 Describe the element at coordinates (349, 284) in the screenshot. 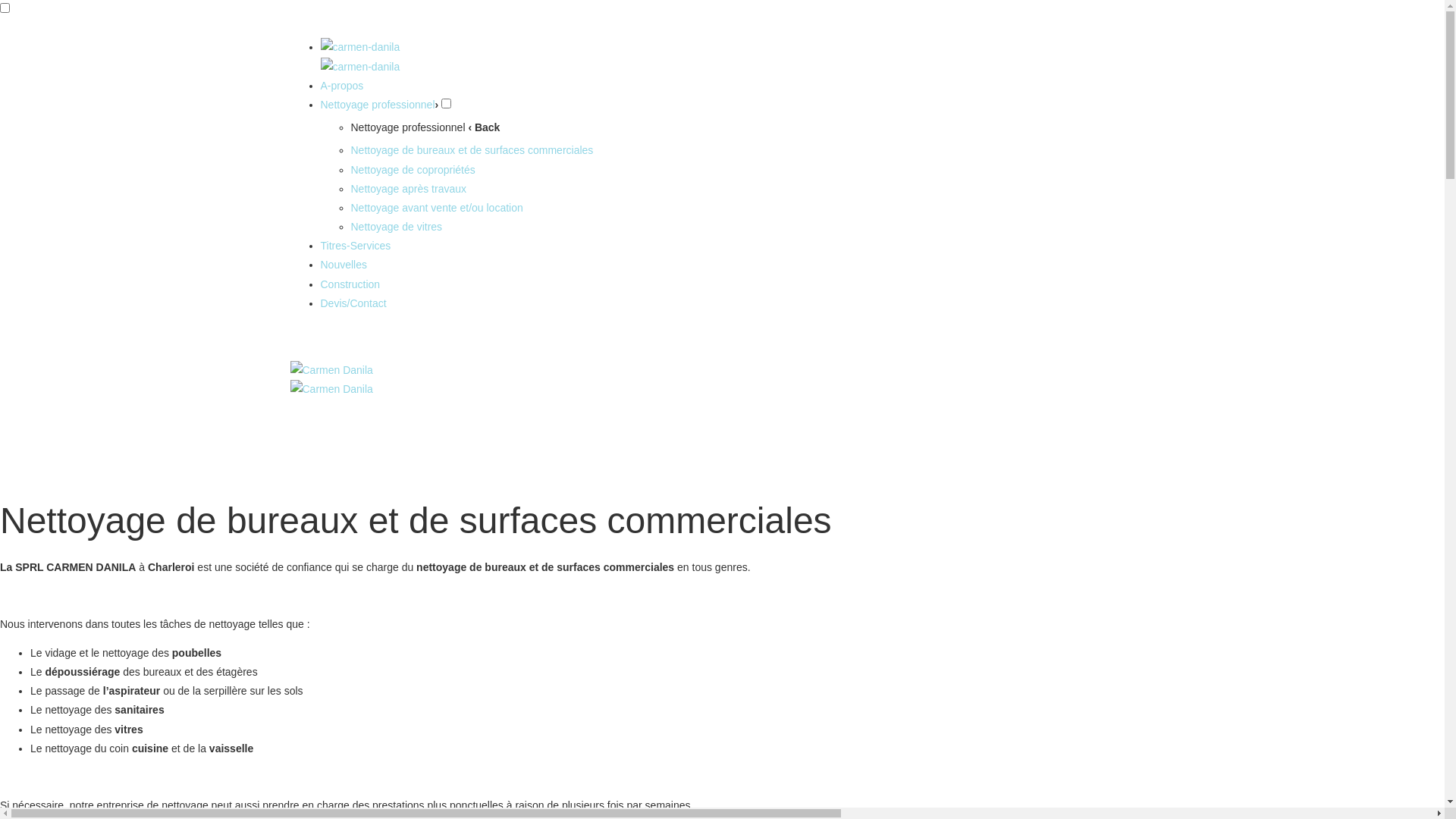

I see `'Construction'` at that location.